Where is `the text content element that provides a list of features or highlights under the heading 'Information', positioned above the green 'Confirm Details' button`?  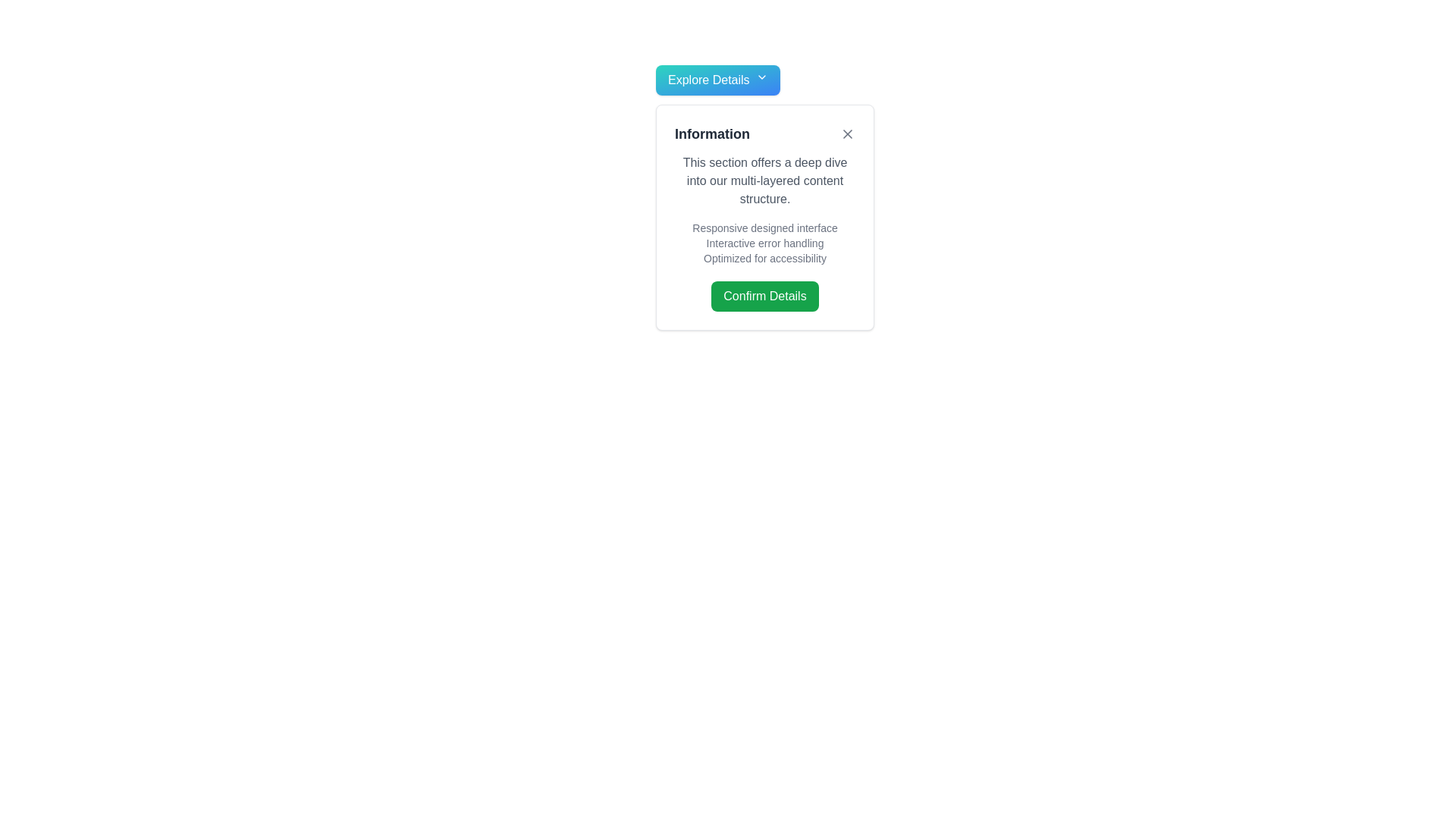 the text content element that provides a list of features or highlights under the heading 'Information', positioned above the green 'Confirm Details' button is located at coordinates (764, 242).